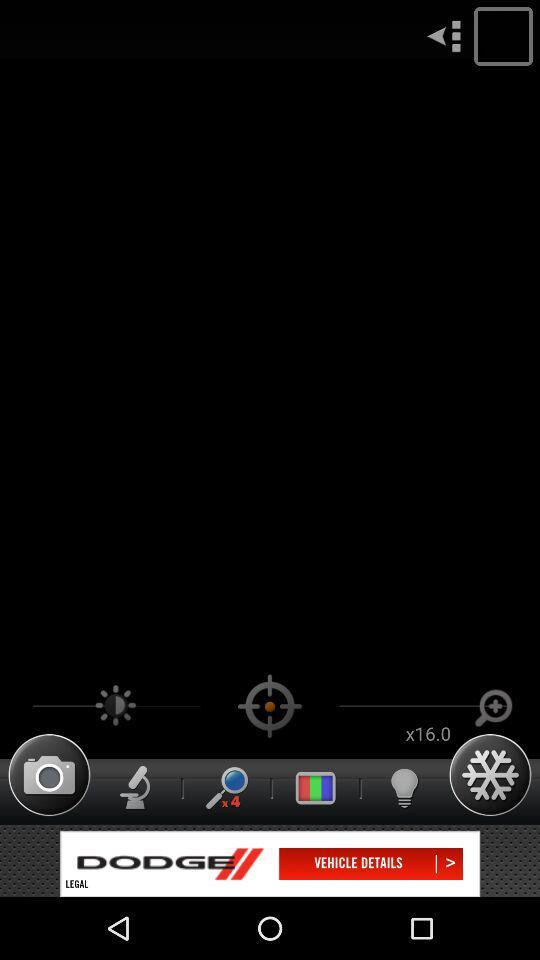  I want to click on the photo icon, so click(49, 829).